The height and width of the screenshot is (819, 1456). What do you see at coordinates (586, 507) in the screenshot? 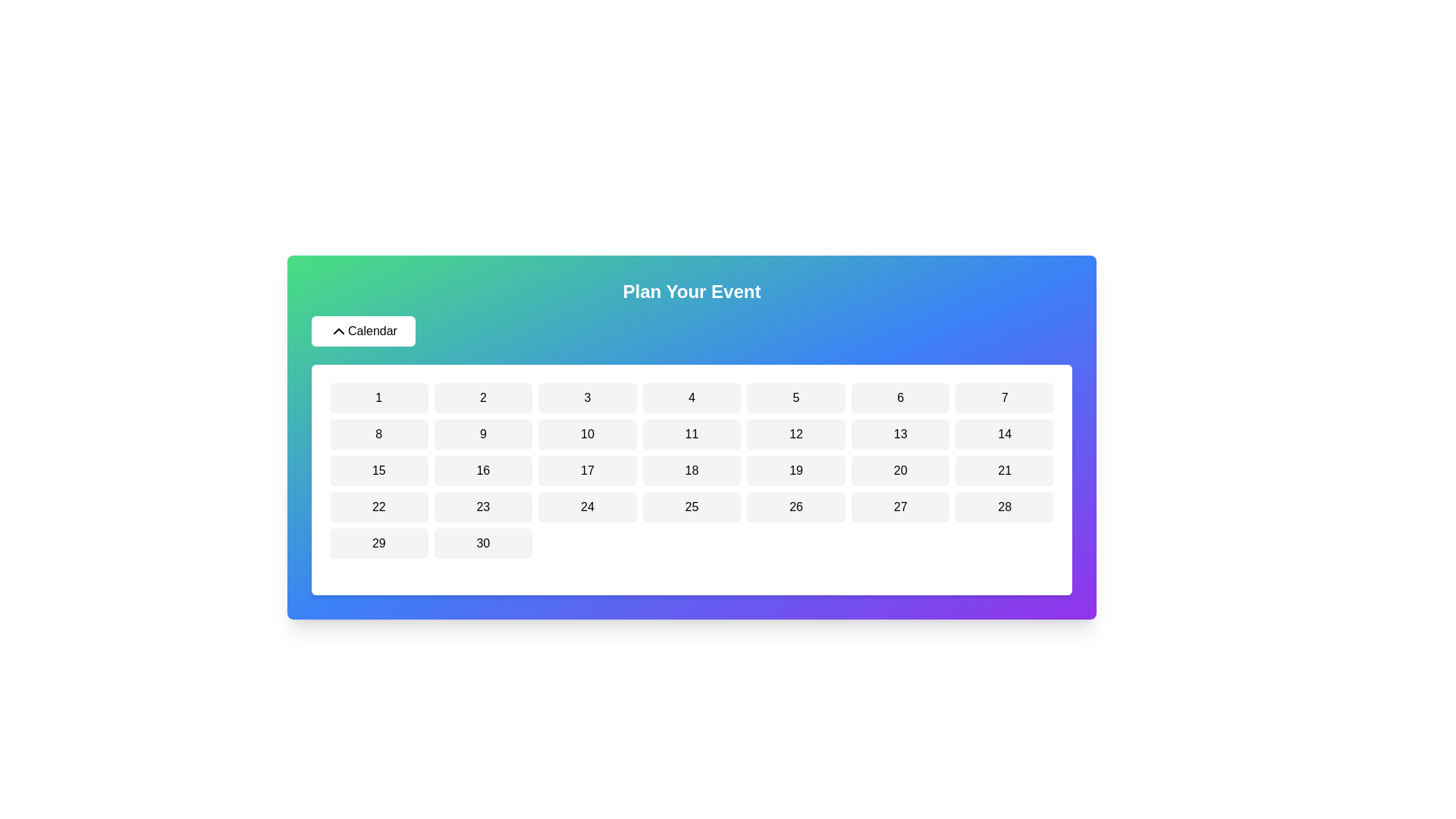
I see `the button for the 24th day in the calendar view grid located in the fourth row and fourth column, below the 'Plan Your Event' heading` at bounding box center [586, 507].